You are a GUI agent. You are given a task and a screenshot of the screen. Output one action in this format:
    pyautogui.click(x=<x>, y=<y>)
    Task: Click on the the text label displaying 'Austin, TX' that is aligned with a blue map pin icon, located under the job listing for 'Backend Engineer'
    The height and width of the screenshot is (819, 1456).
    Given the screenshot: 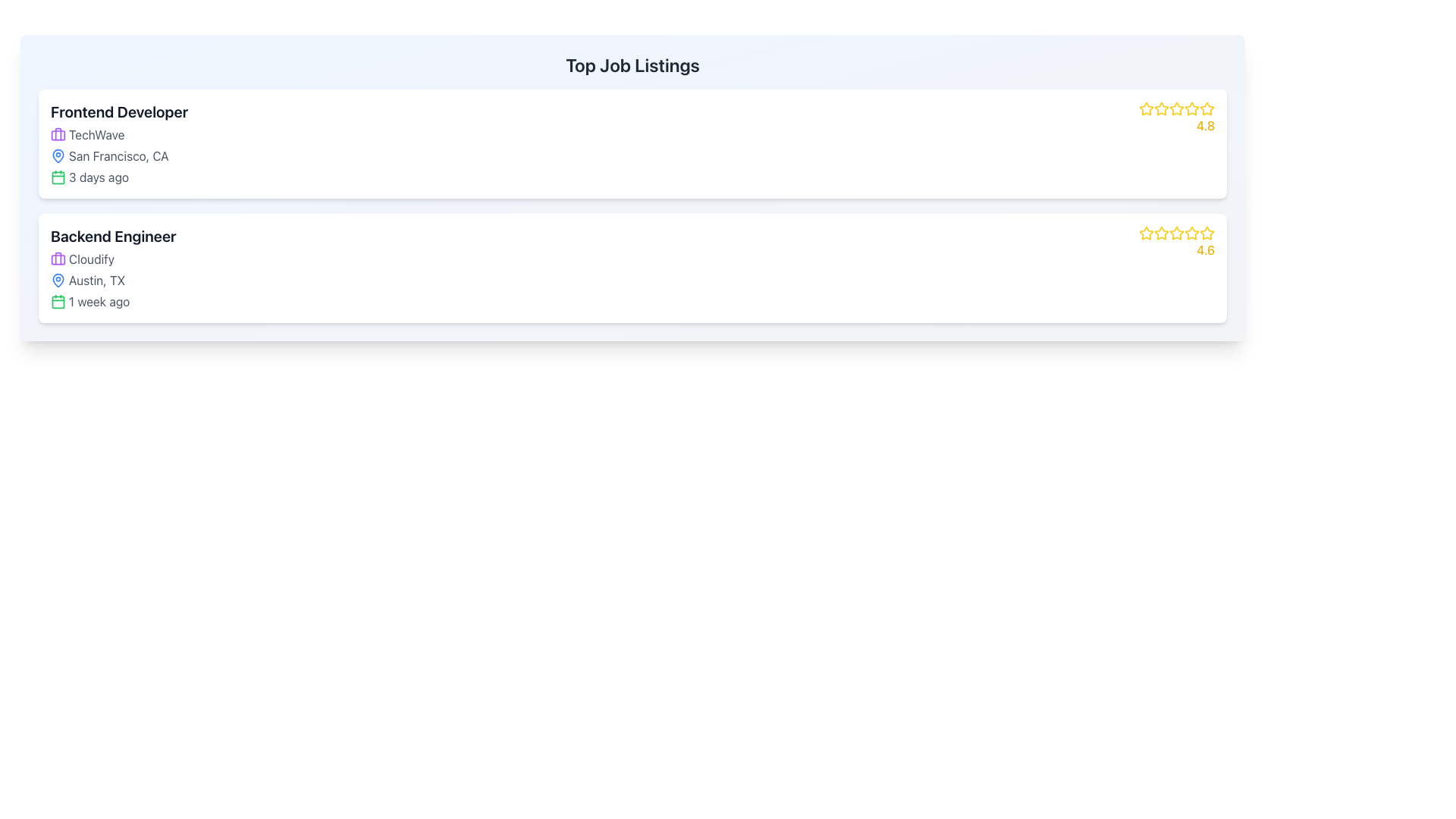 What is the action you would take?
    pyautogui.click(x=112, y=281)
    